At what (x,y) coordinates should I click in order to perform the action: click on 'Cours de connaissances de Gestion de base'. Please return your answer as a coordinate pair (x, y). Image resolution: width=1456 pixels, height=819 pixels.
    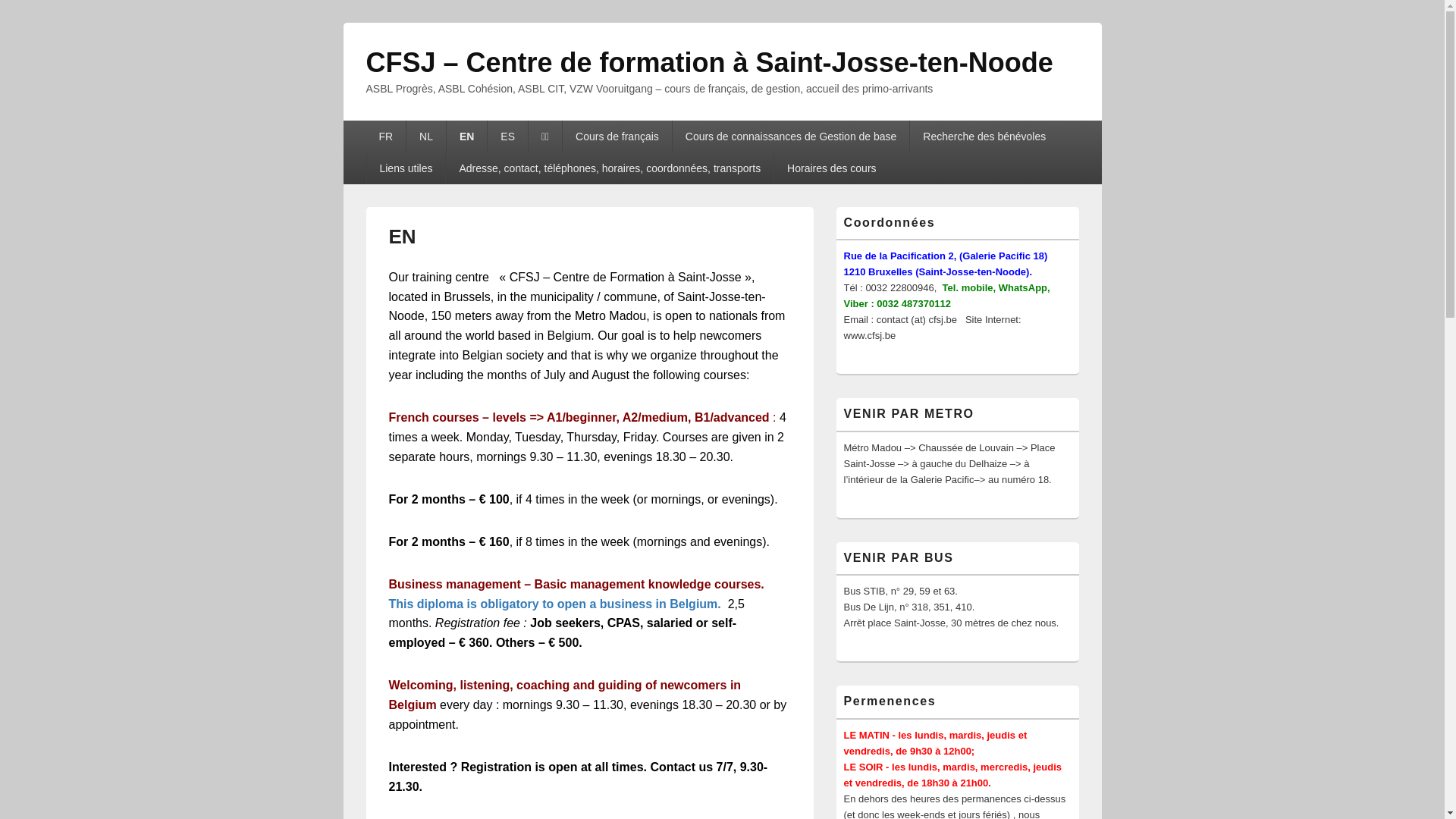
    Looking at the image, I should click on (790, 136).